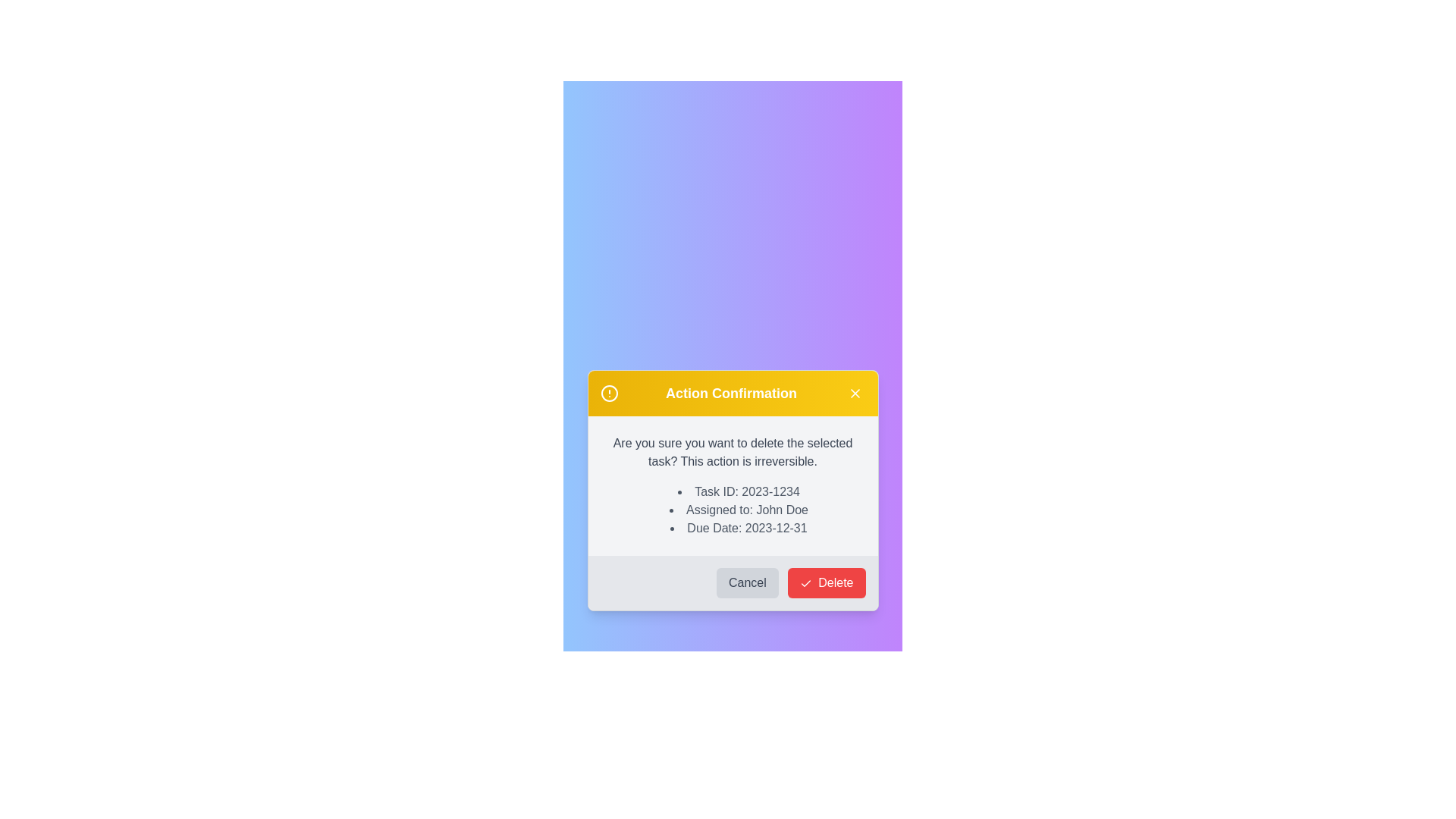  Describe the element at coordinates (825, 582) in the screenshot. I see `the delete button located at the bottom-right corner of the dialog box` at that location.